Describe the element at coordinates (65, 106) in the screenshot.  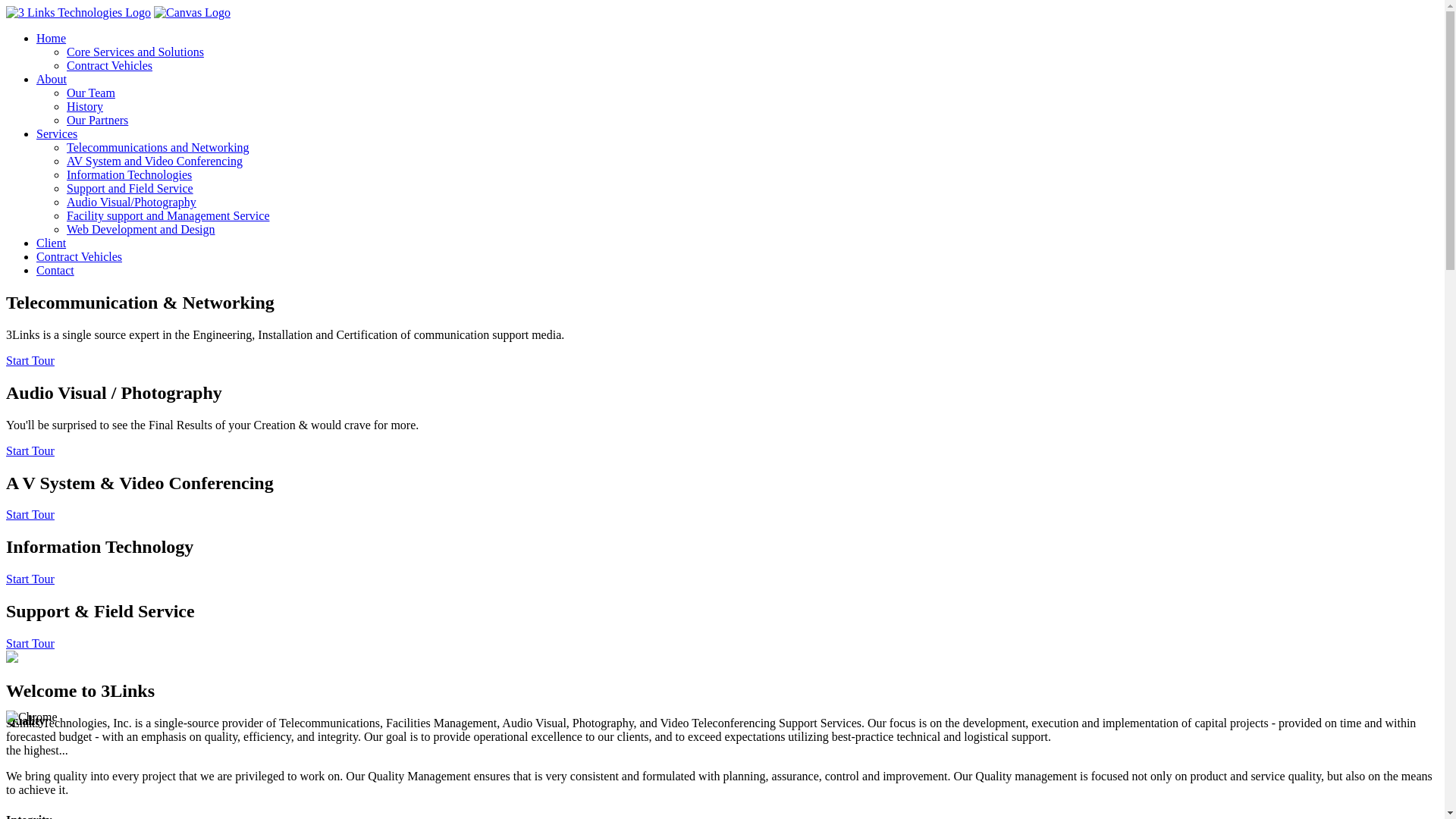
I see `'History'` at that location.